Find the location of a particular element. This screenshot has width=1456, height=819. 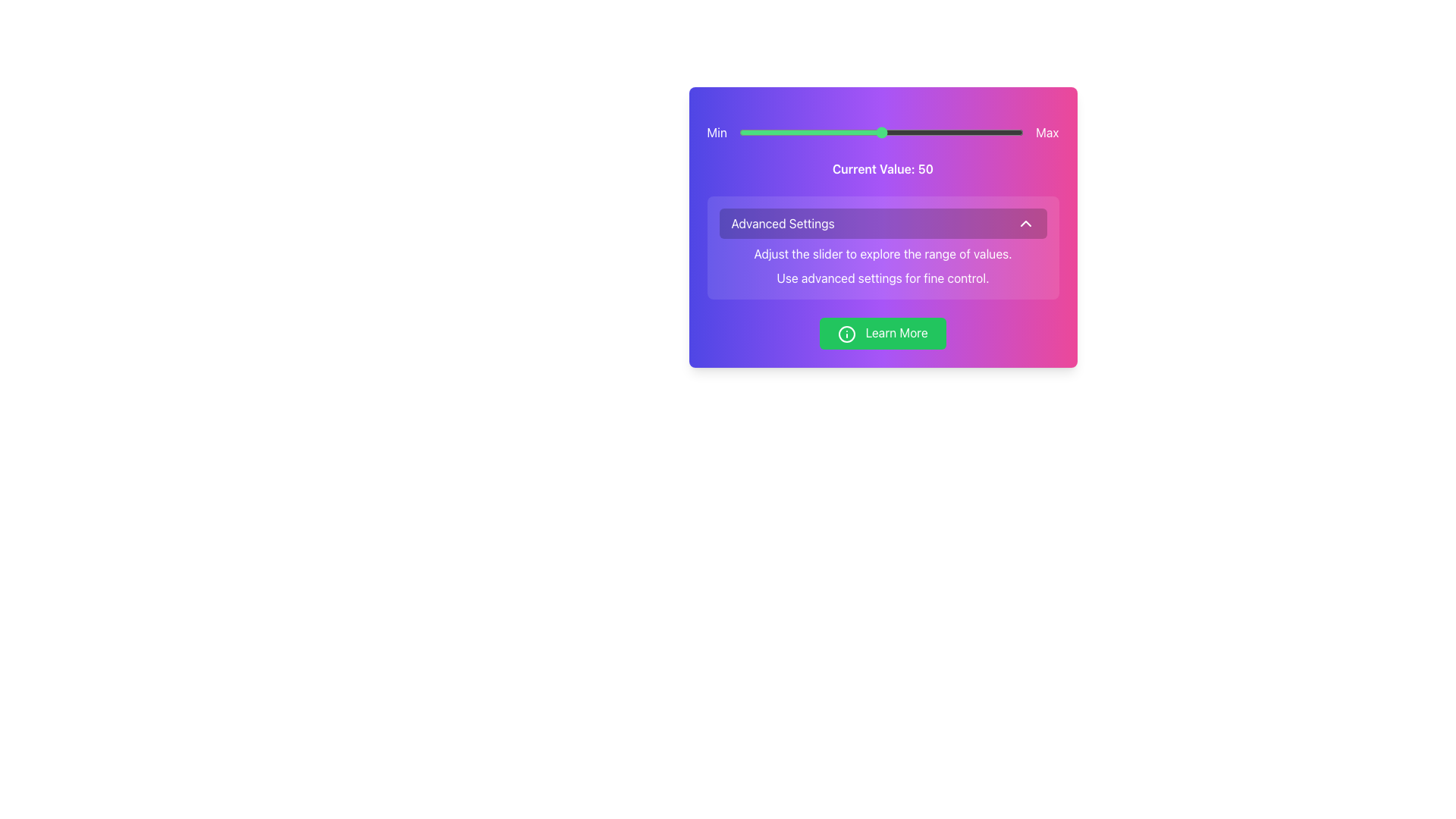

the 'Learn More' button, which is a rectangular button with a green background and white text, located under the 'Advanced Settings' section within a colorful gradient panel is located at coordinates (883, 332).